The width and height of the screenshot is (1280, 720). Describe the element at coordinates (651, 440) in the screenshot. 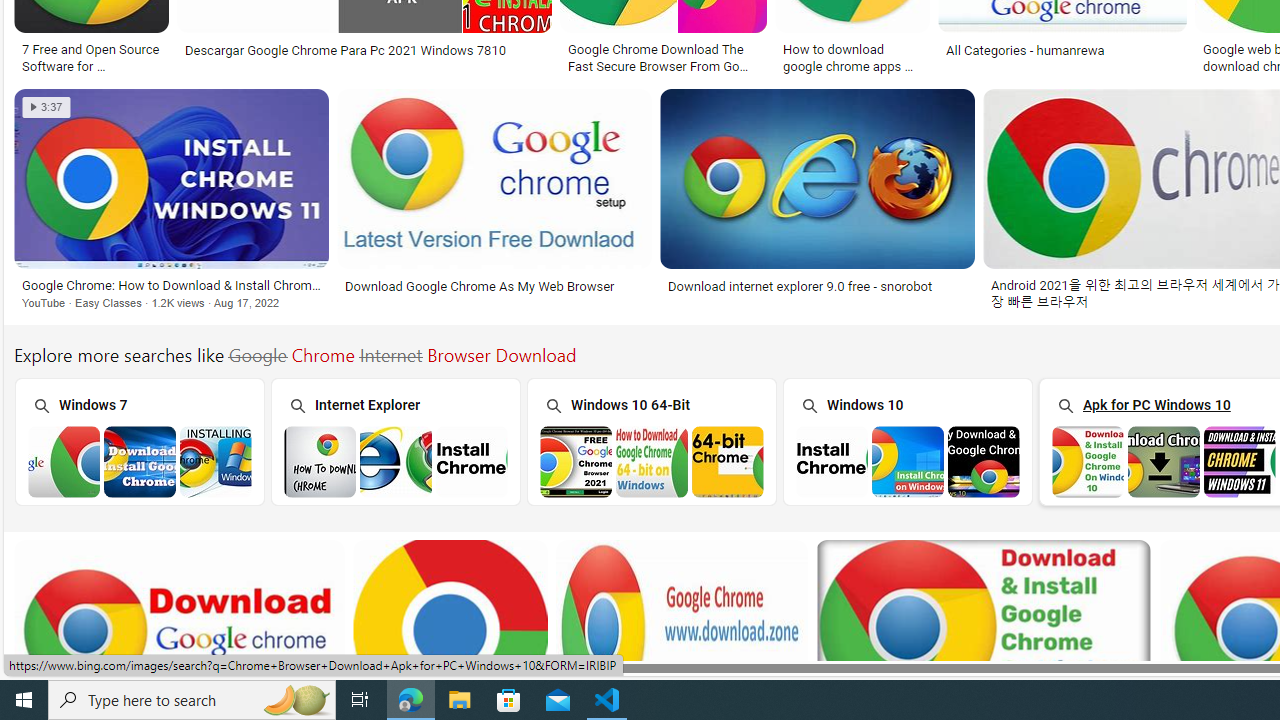

I see `'Chrome Browser Download Windows 10 64-Bit Windows 10 64-Bit'` at that location.